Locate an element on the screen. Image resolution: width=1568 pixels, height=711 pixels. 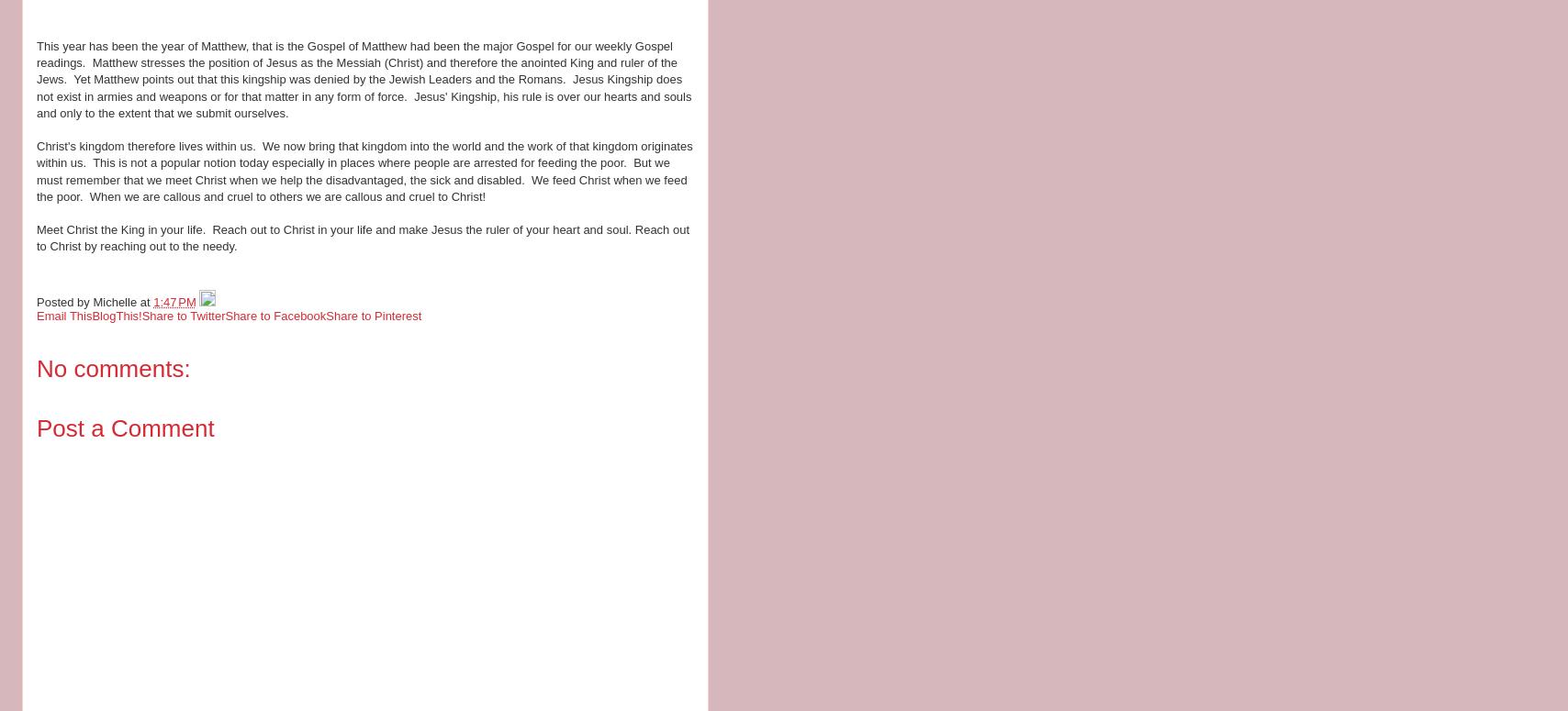
'Meet Christ the King in your life.  Reach out to Christ in your life and make Jesus the ruler of your heart and soul. Reach out to Christ by reaching out to the needy.' is located at coordinates (363, 238).